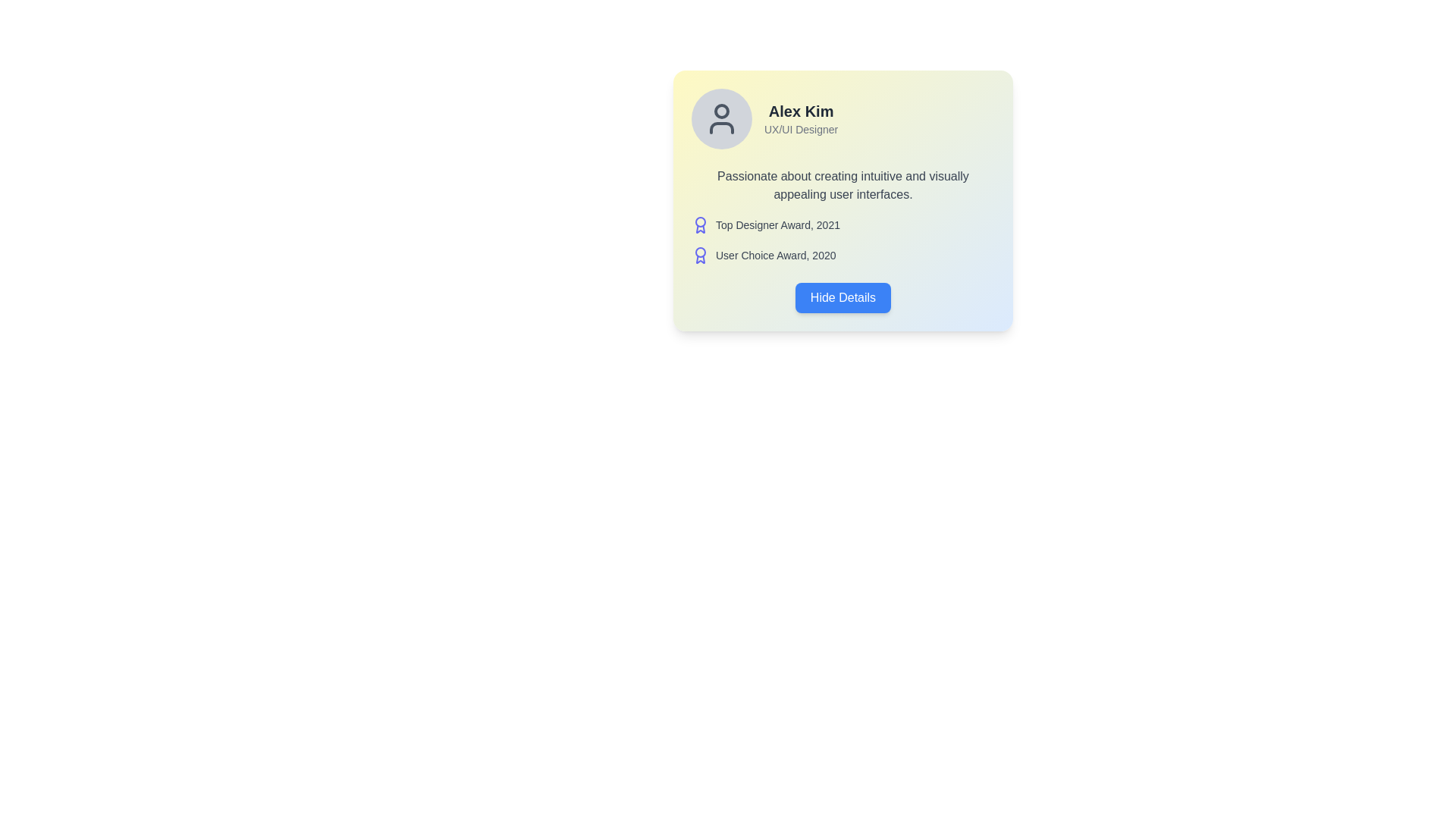  What do you see at coordinates (800, 110) in the screenshot?
I see `the Text Label that represents the name of the individual in the profile card layout, located immediately above the descriptive text 'UX/UI Designer'` at bounding box center [800, 110].